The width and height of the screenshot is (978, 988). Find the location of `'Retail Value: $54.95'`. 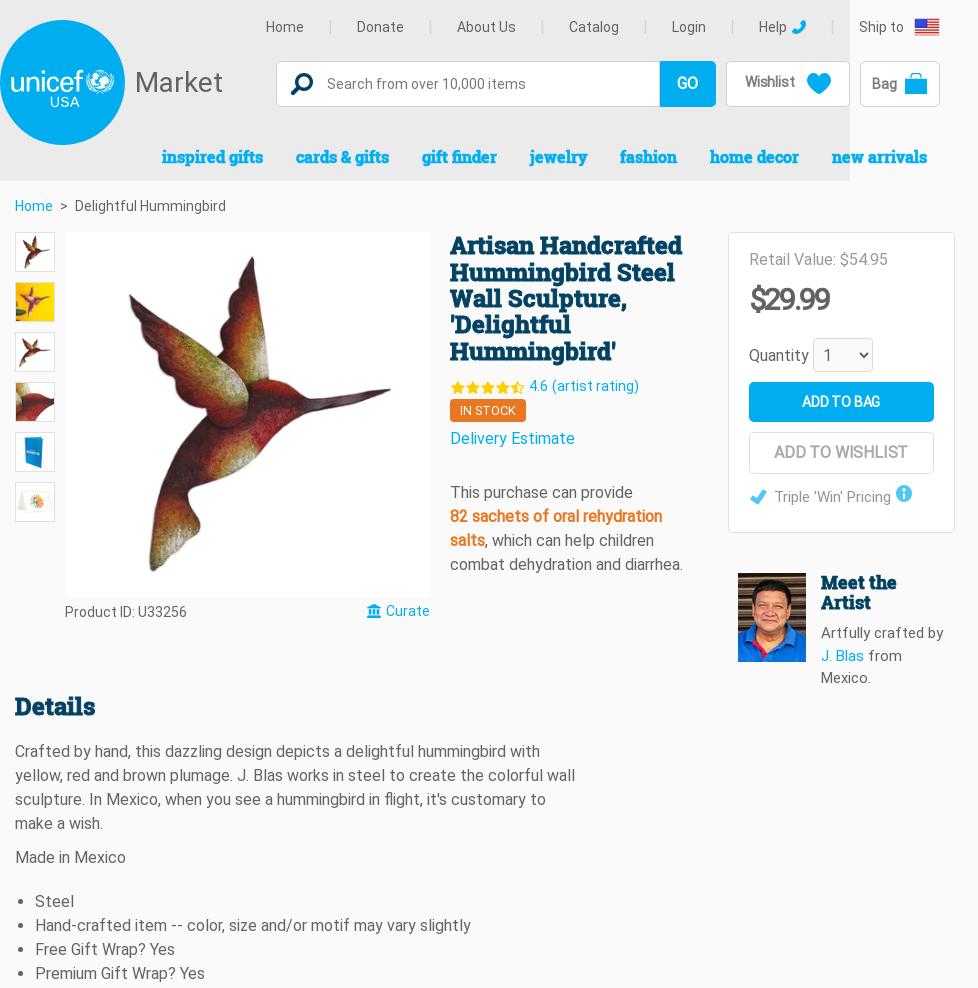

'Retail Value: $54.95' is located at coordinates (746, 258).